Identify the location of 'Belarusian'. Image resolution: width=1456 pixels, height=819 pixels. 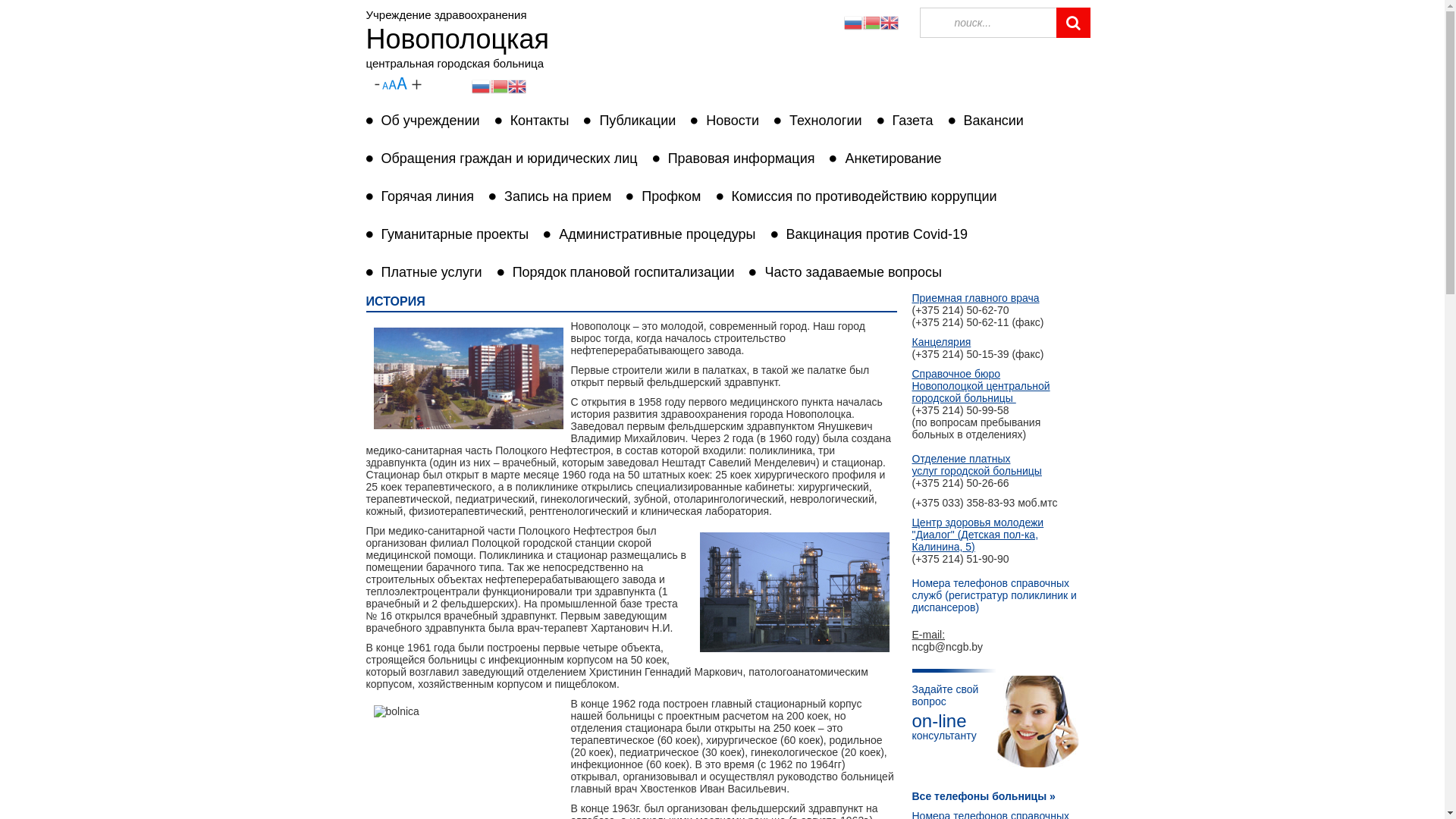
(498, 85).